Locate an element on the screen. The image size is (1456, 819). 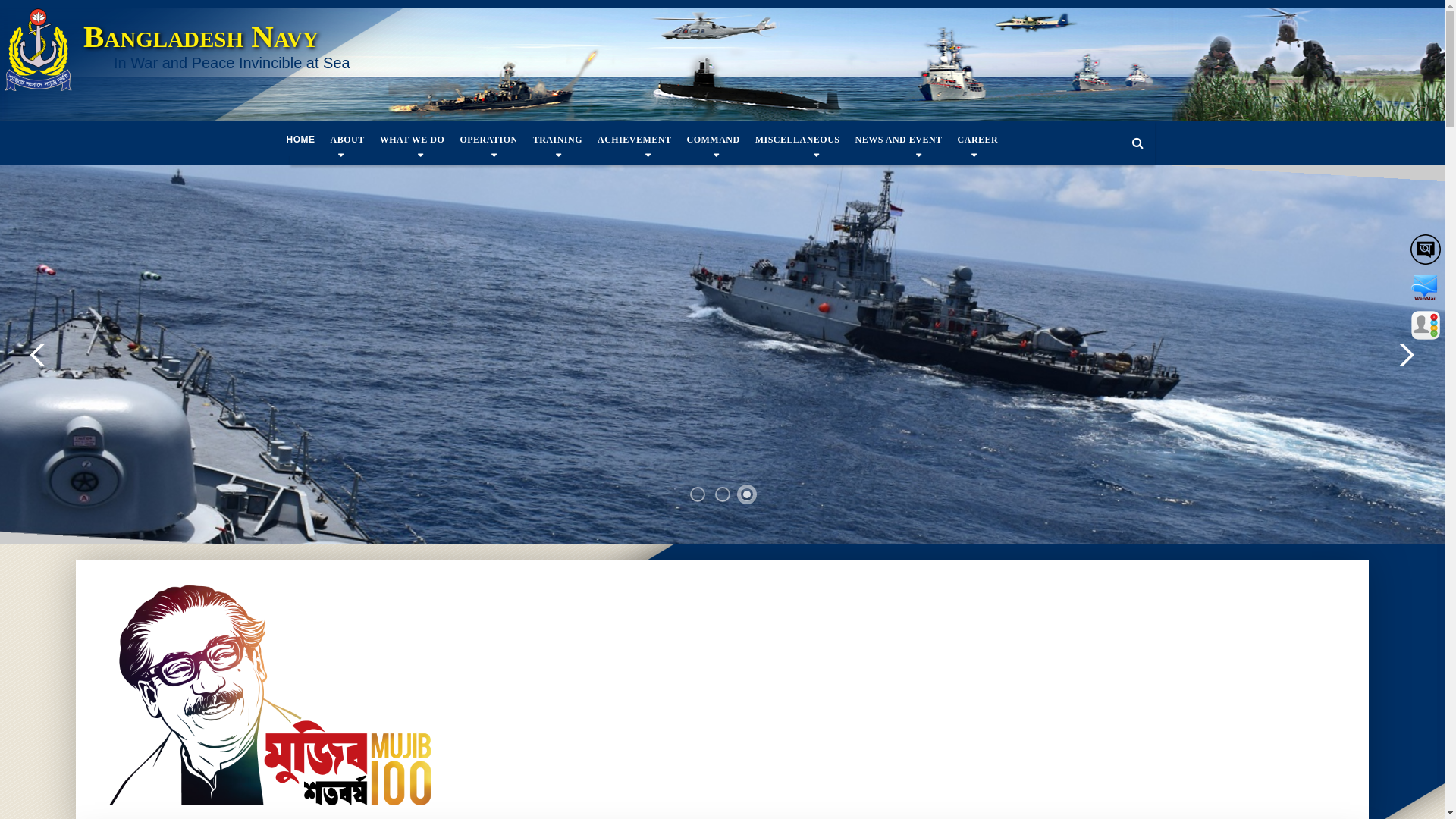
'ABOUT' is located at coordinates (322, 140).